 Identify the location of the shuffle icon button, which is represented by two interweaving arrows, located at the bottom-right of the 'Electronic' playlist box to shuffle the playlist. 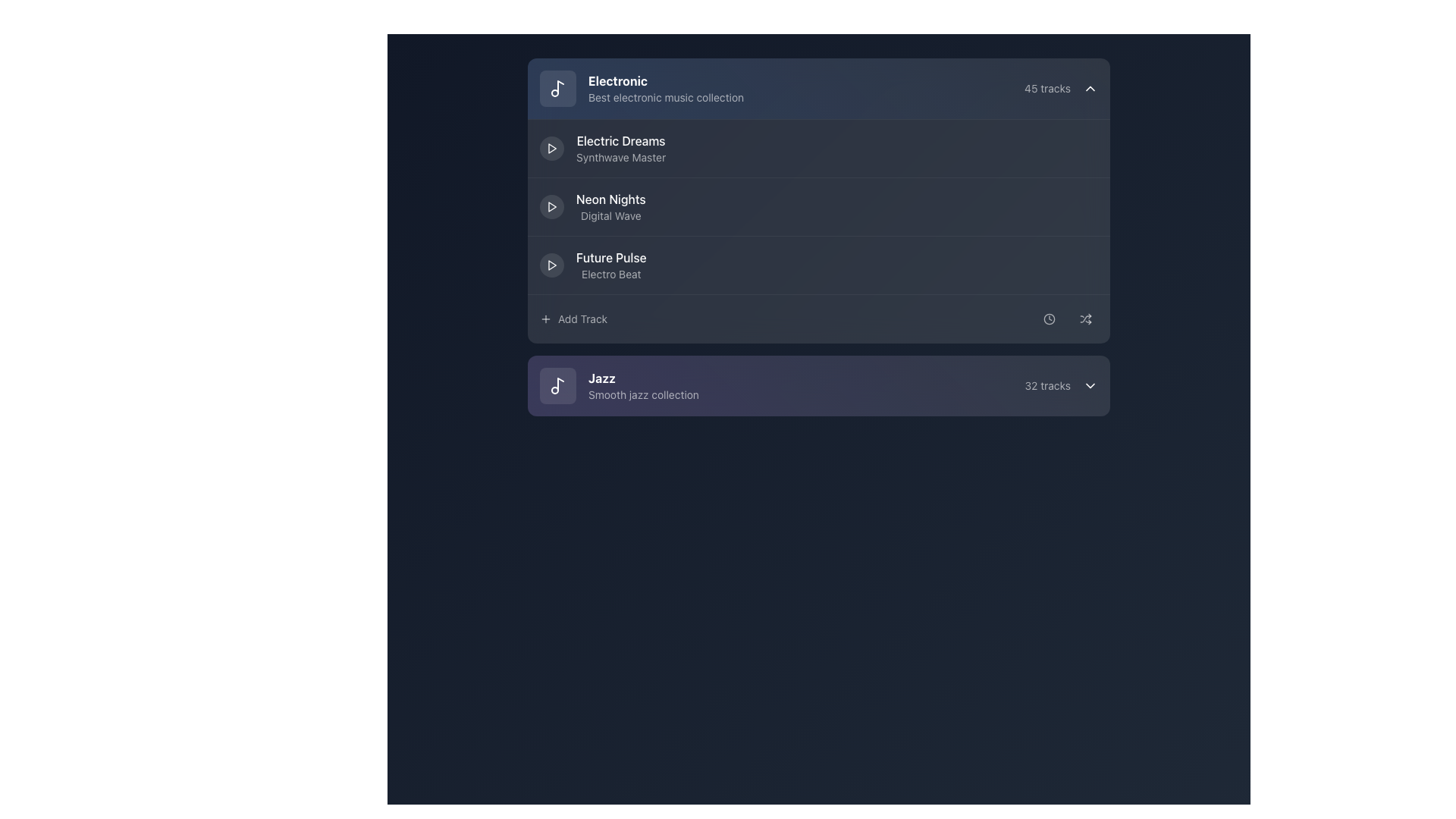
(1084, 318).